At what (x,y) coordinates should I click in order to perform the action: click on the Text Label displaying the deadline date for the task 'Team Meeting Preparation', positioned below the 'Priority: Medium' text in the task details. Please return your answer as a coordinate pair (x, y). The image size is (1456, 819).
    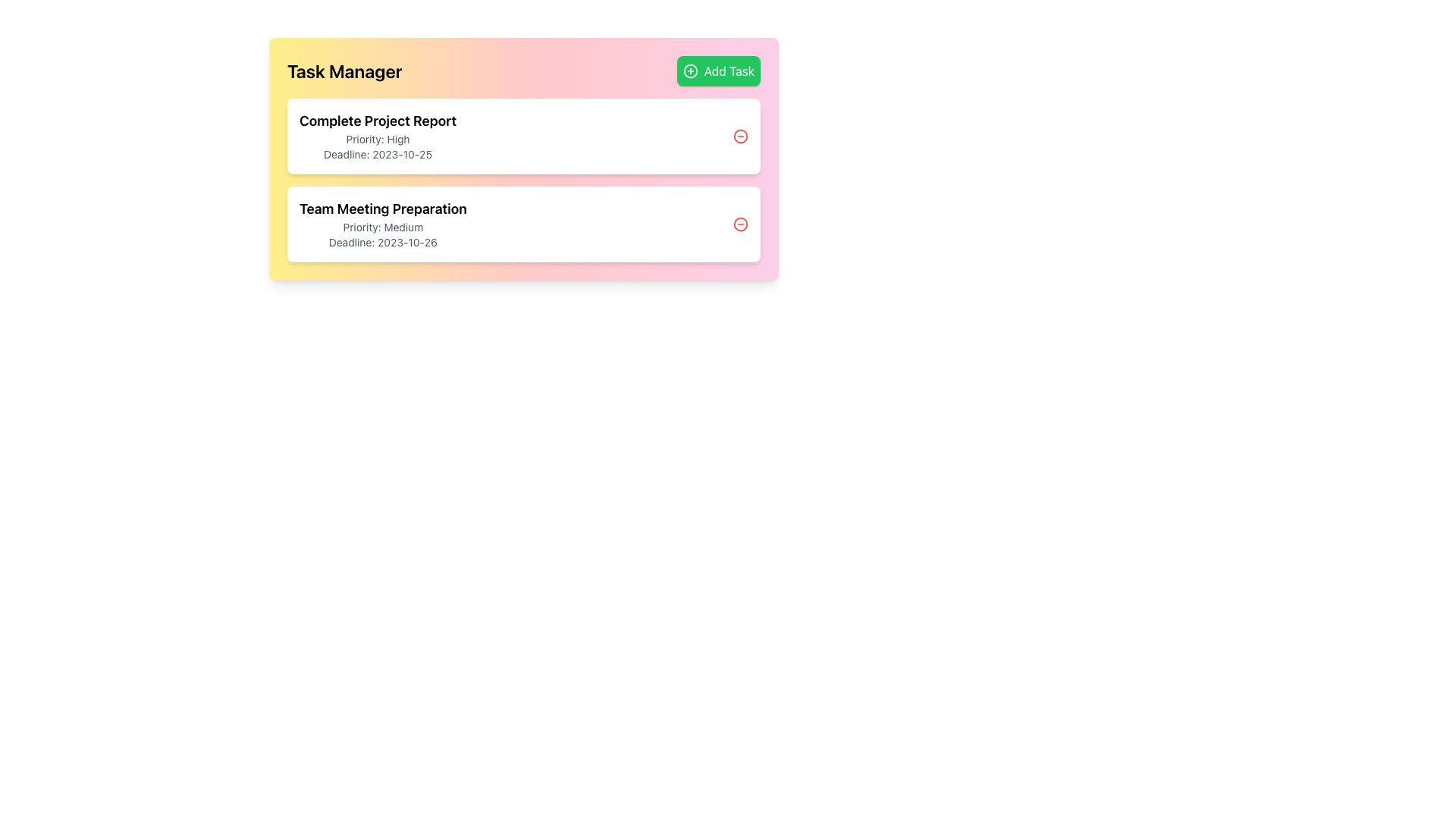
    Looking at the image, I should click on (383, 242).